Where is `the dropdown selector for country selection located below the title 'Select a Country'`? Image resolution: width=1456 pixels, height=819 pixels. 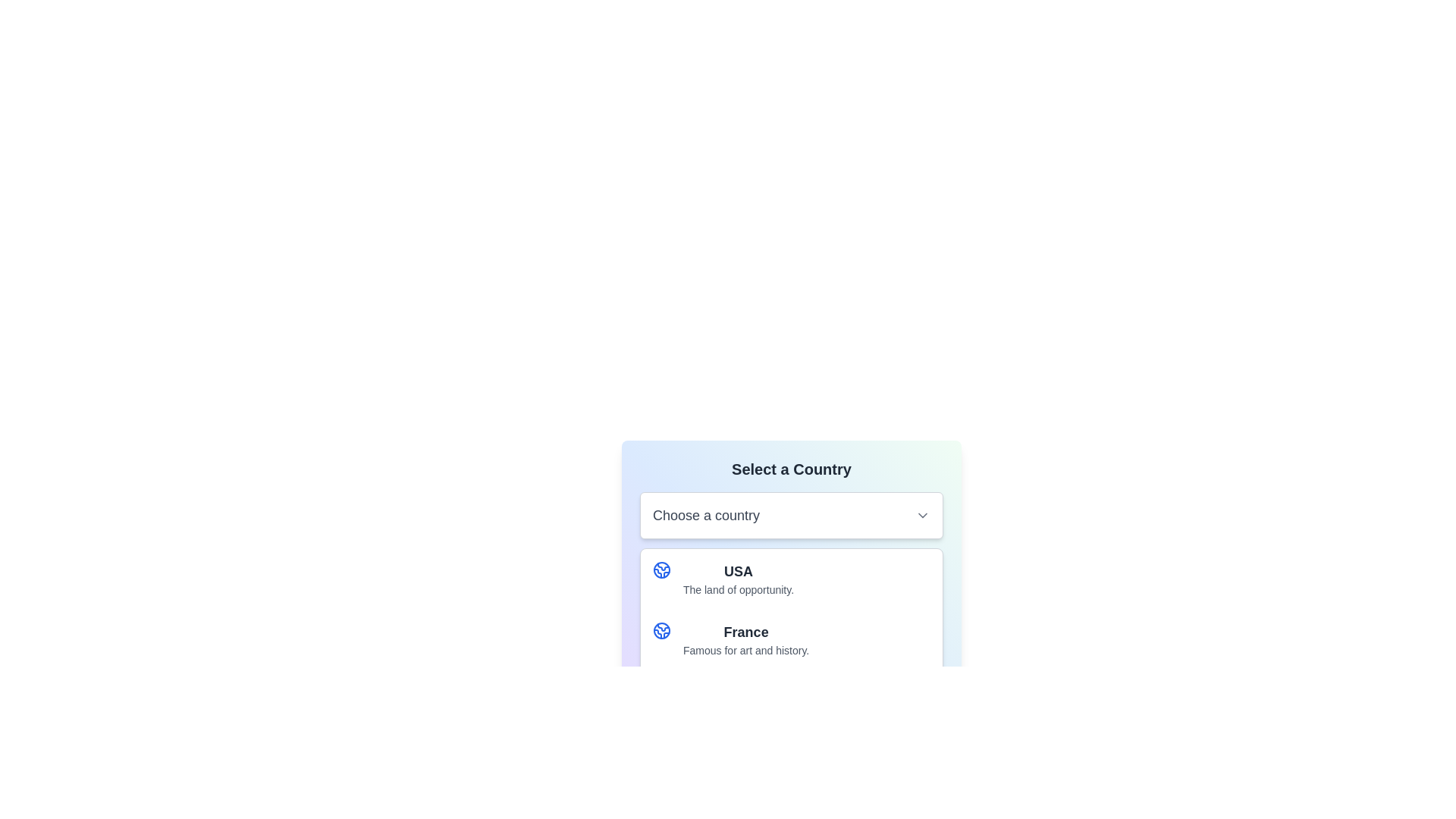
the dropdown selector for country selection located below the title 'Select a Country' is located at coordinates (790, 514).